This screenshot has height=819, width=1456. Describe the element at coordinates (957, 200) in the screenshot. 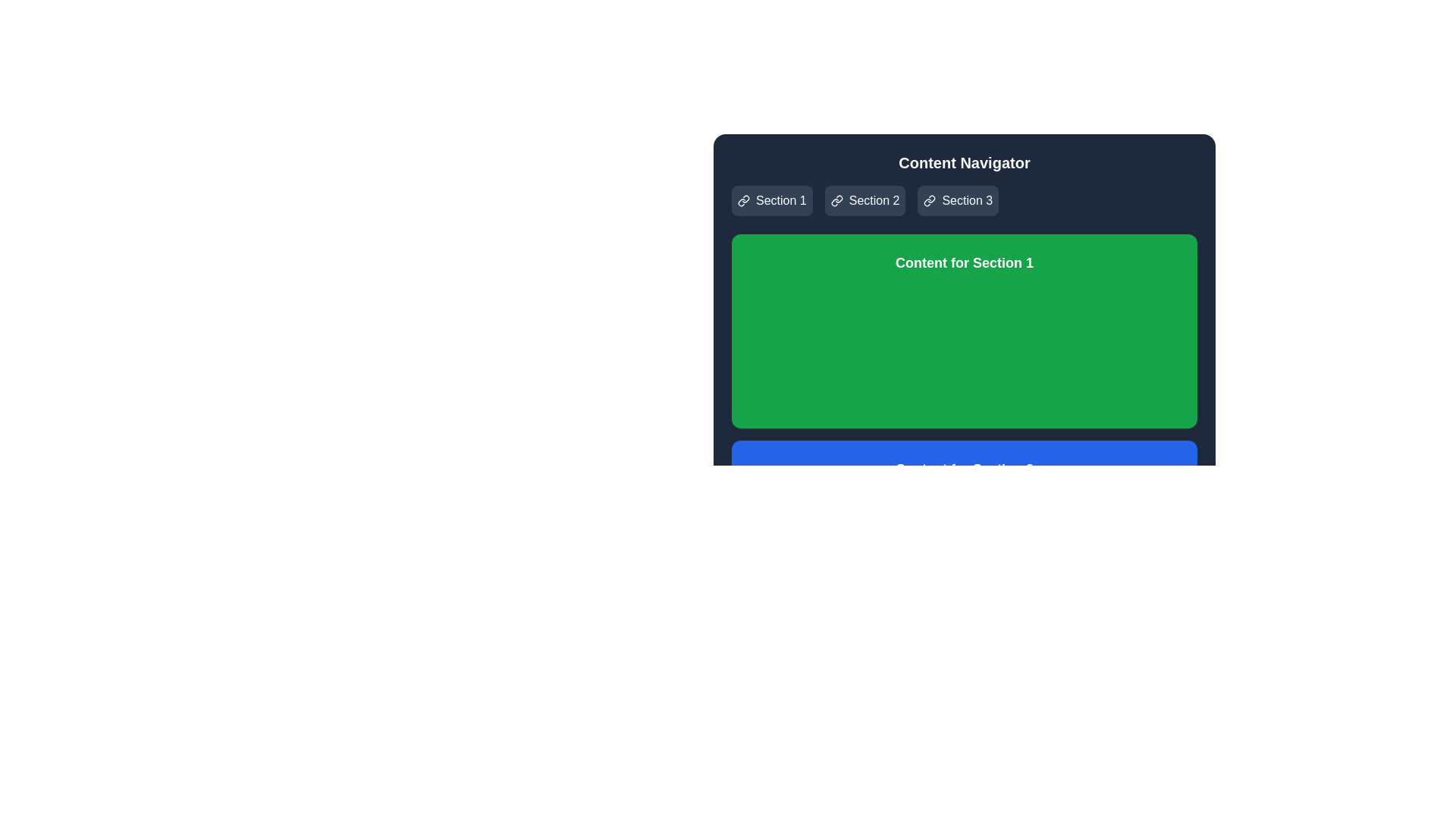

I see `the third navigation button labeled 'Section 3' located at the top-right area of the main interface` at that location.